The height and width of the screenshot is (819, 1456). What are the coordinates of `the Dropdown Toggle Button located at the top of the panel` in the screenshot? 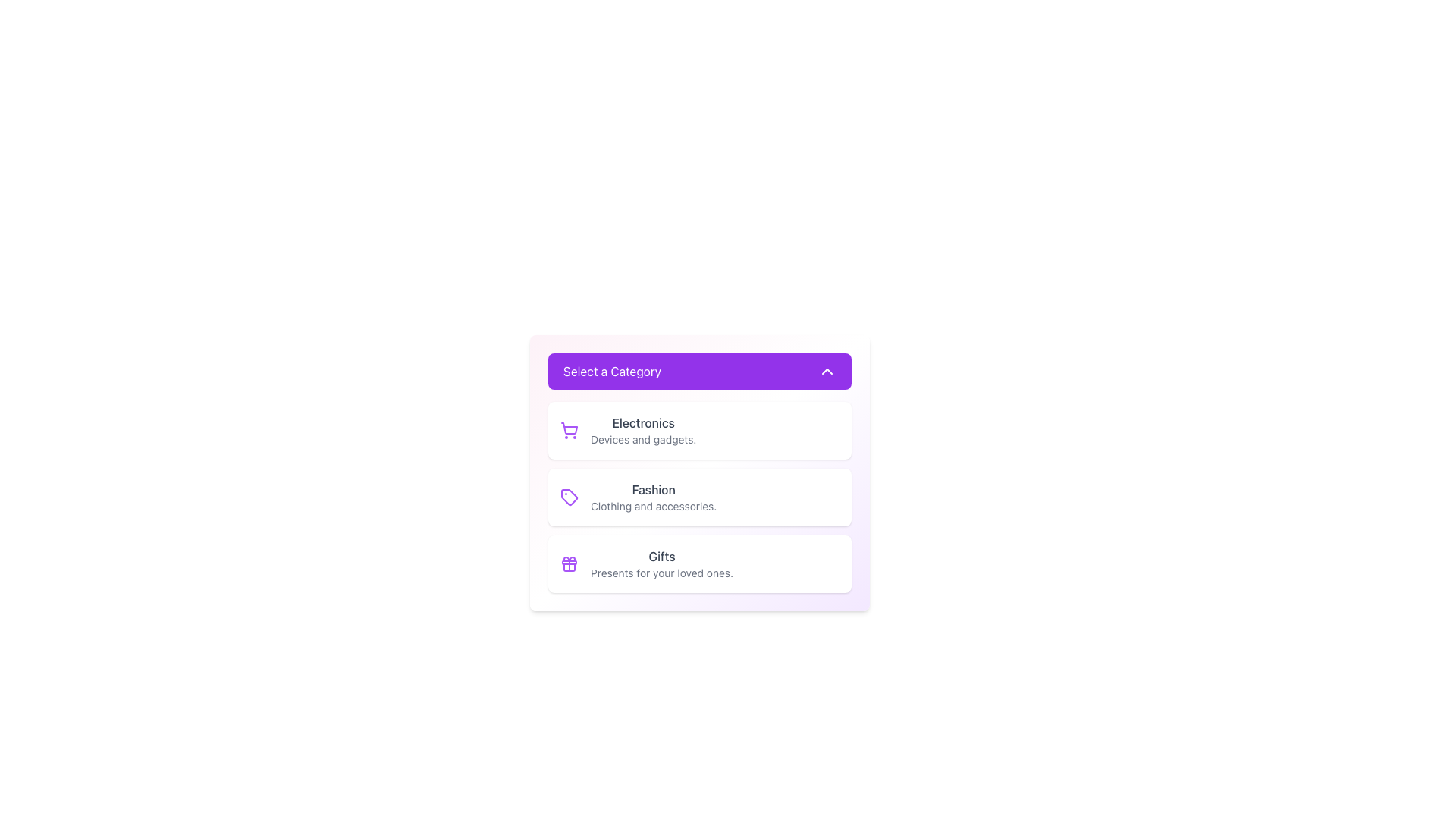 It's located at (698, 371).